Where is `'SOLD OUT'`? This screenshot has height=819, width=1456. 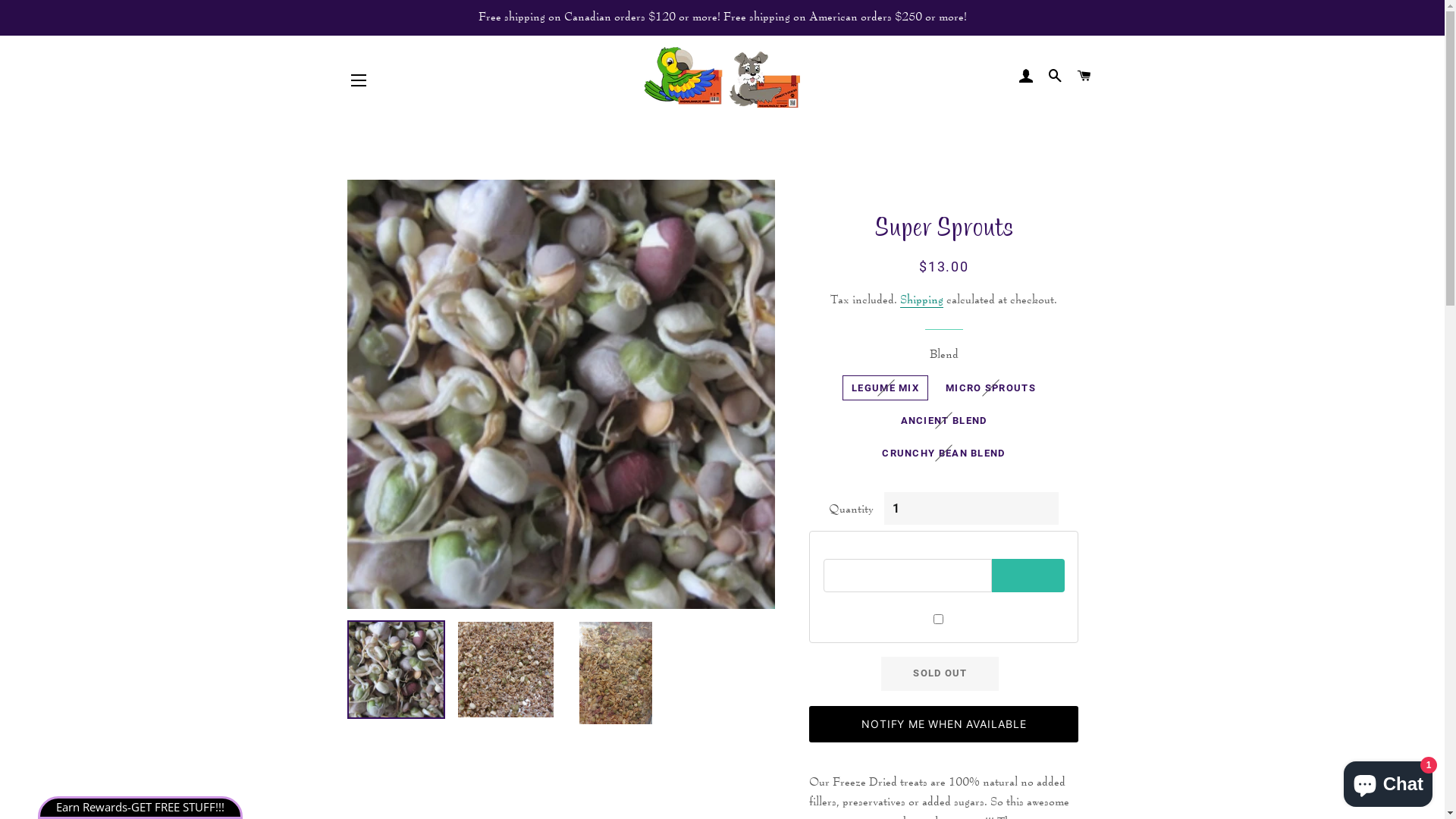
'SOLD OUT' is located at coordinates (939, 672).